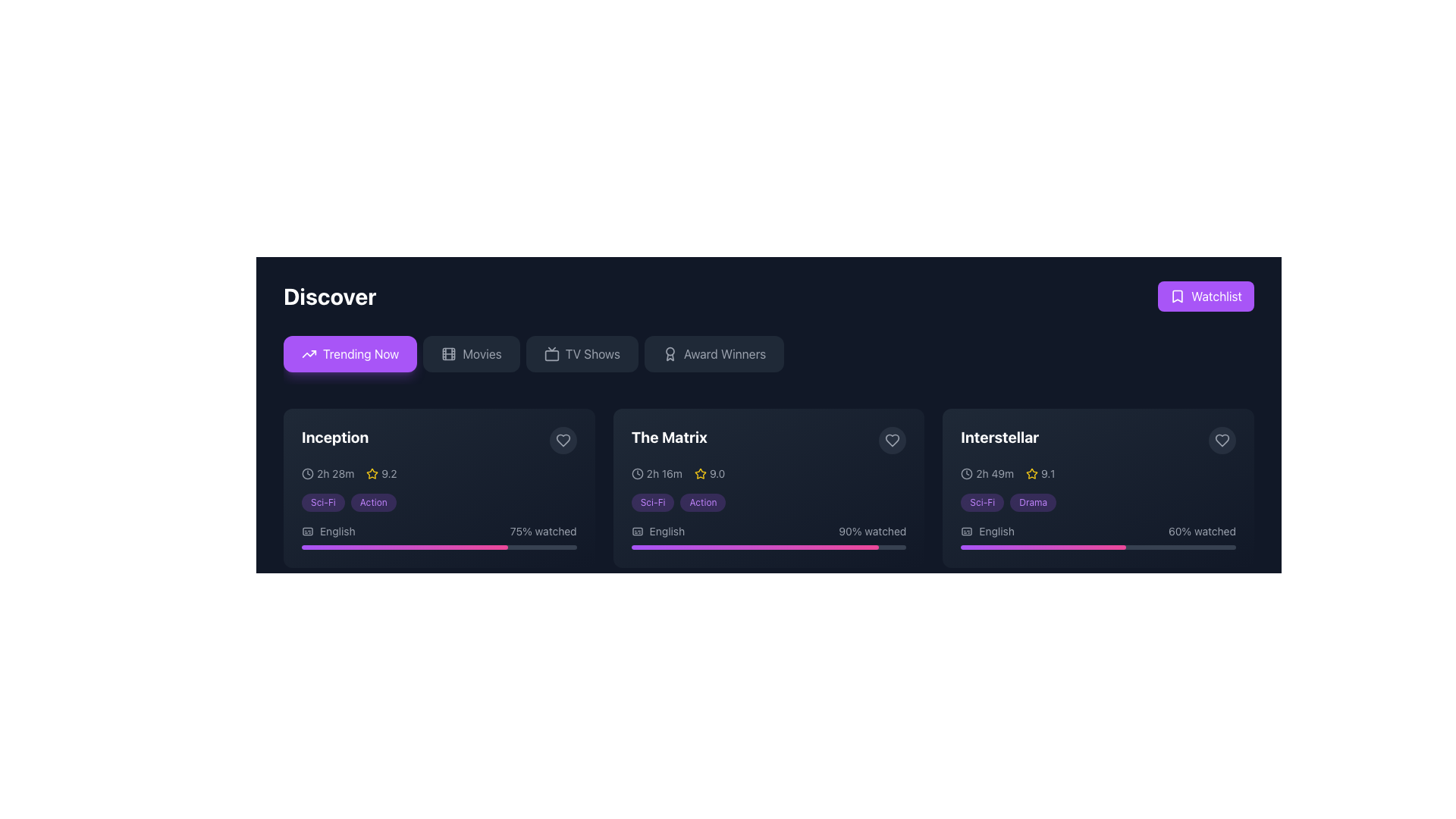  What do you see at coordinates (562, 441) in the screenshot?
I see `the stylized heart icon located in the upper-right corner of the card for the movie 'Inception'` at bounding box center [562, 441].